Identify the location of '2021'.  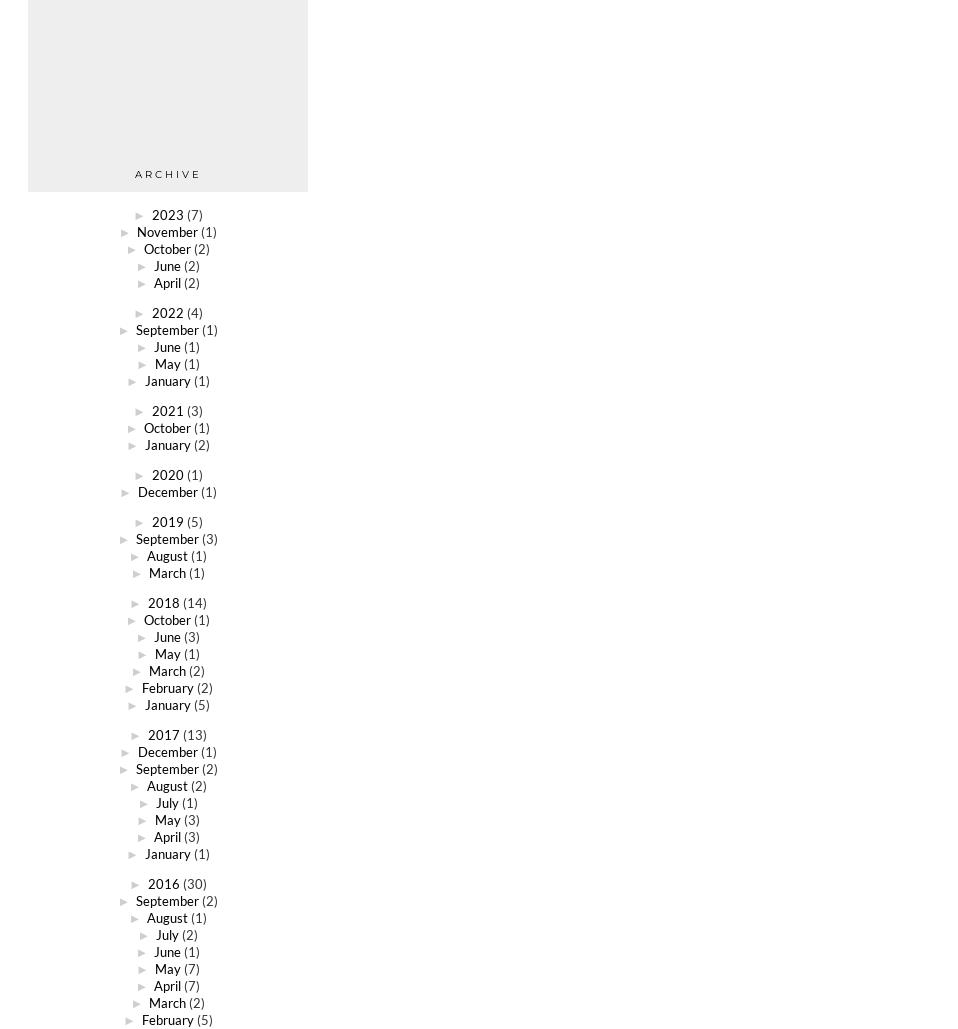
(165, 409).